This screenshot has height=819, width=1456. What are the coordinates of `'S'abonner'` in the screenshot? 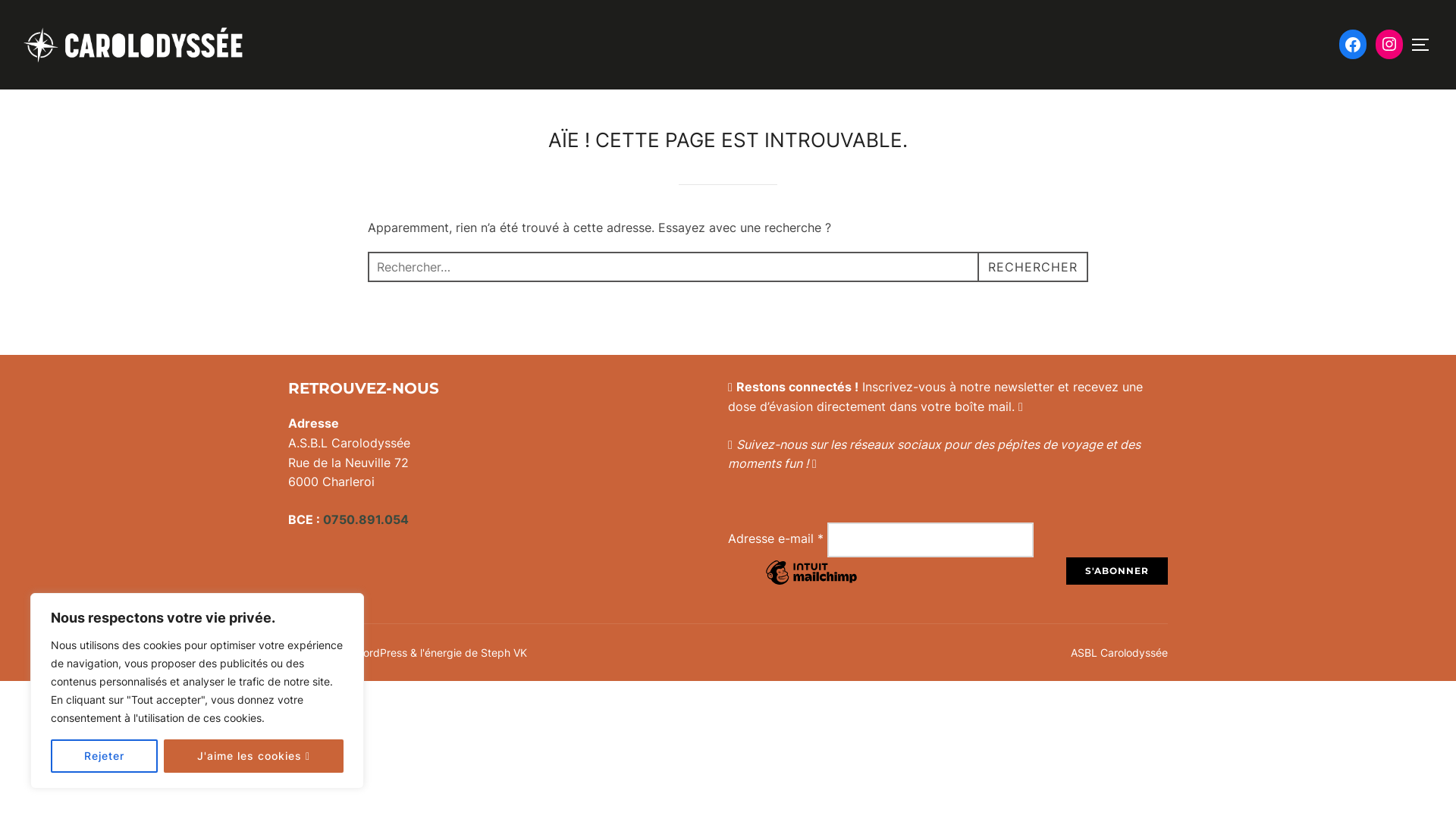 It's located at (1117, 570).